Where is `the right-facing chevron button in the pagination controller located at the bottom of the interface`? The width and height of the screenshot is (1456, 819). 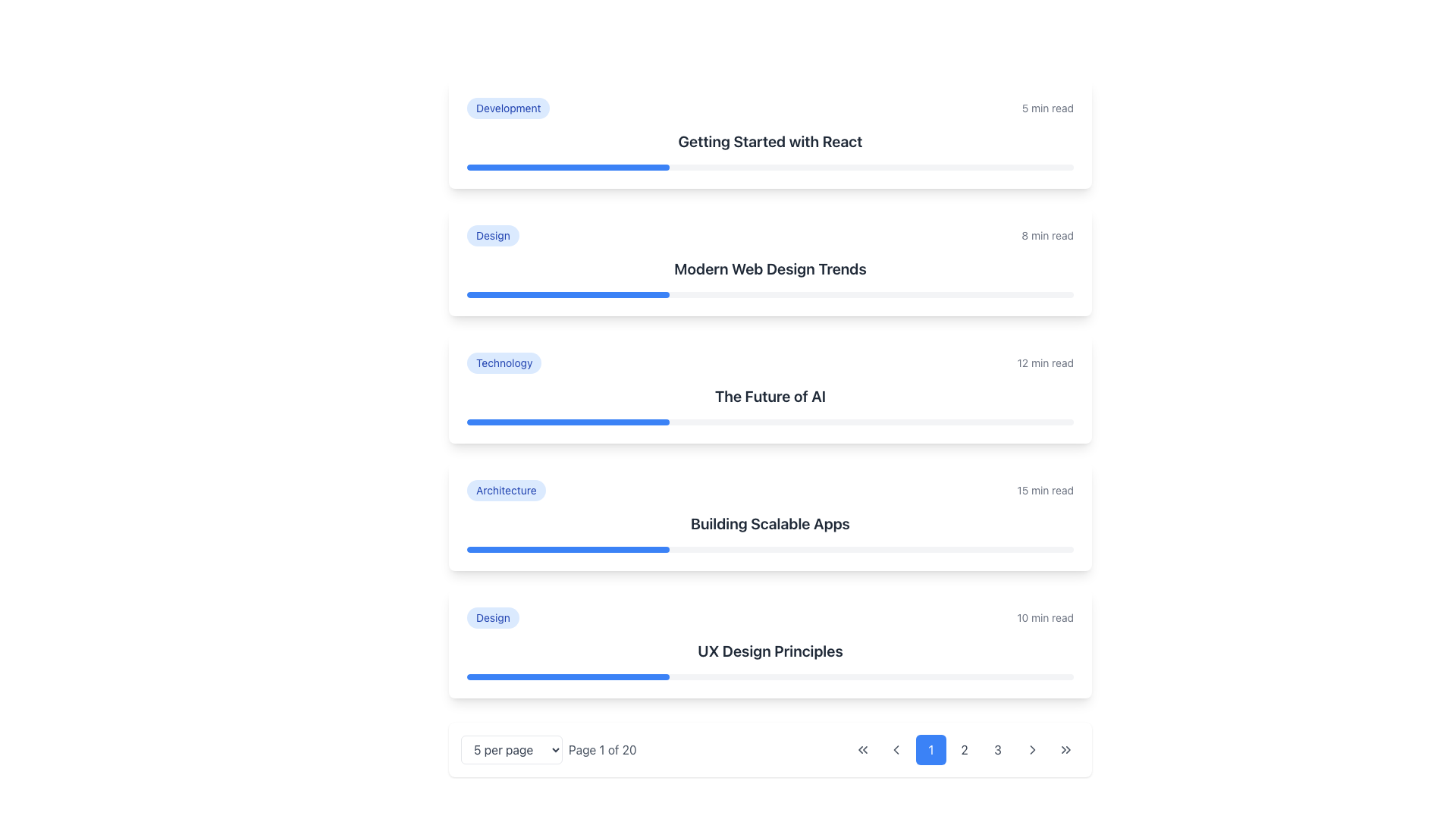 the right-facing chevron button in the pagination controller located at the bottom of the interface is located at coordinates (1032, 748).